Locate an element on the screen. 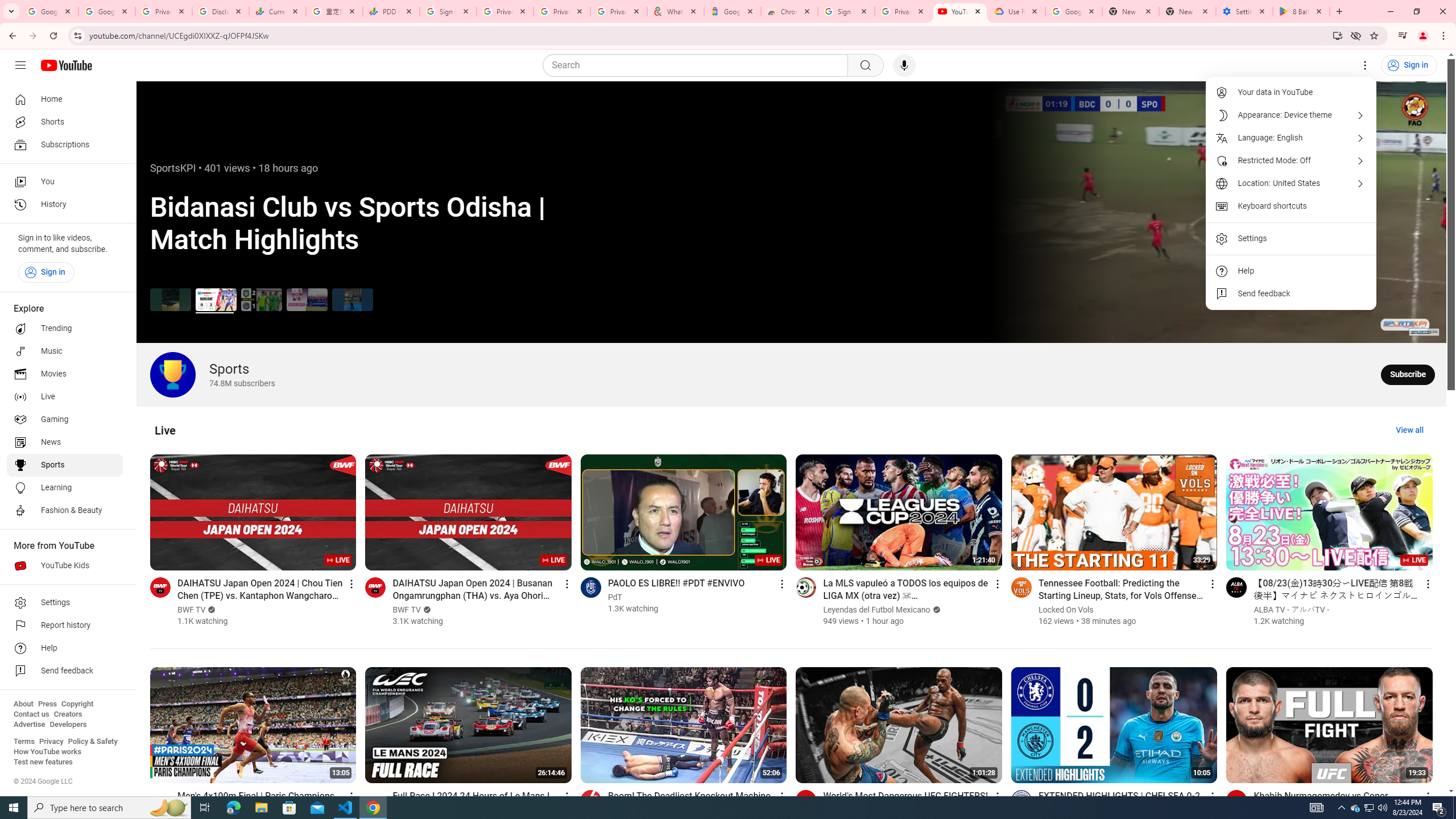  'Contact us' is located at coordinates (31, 714).